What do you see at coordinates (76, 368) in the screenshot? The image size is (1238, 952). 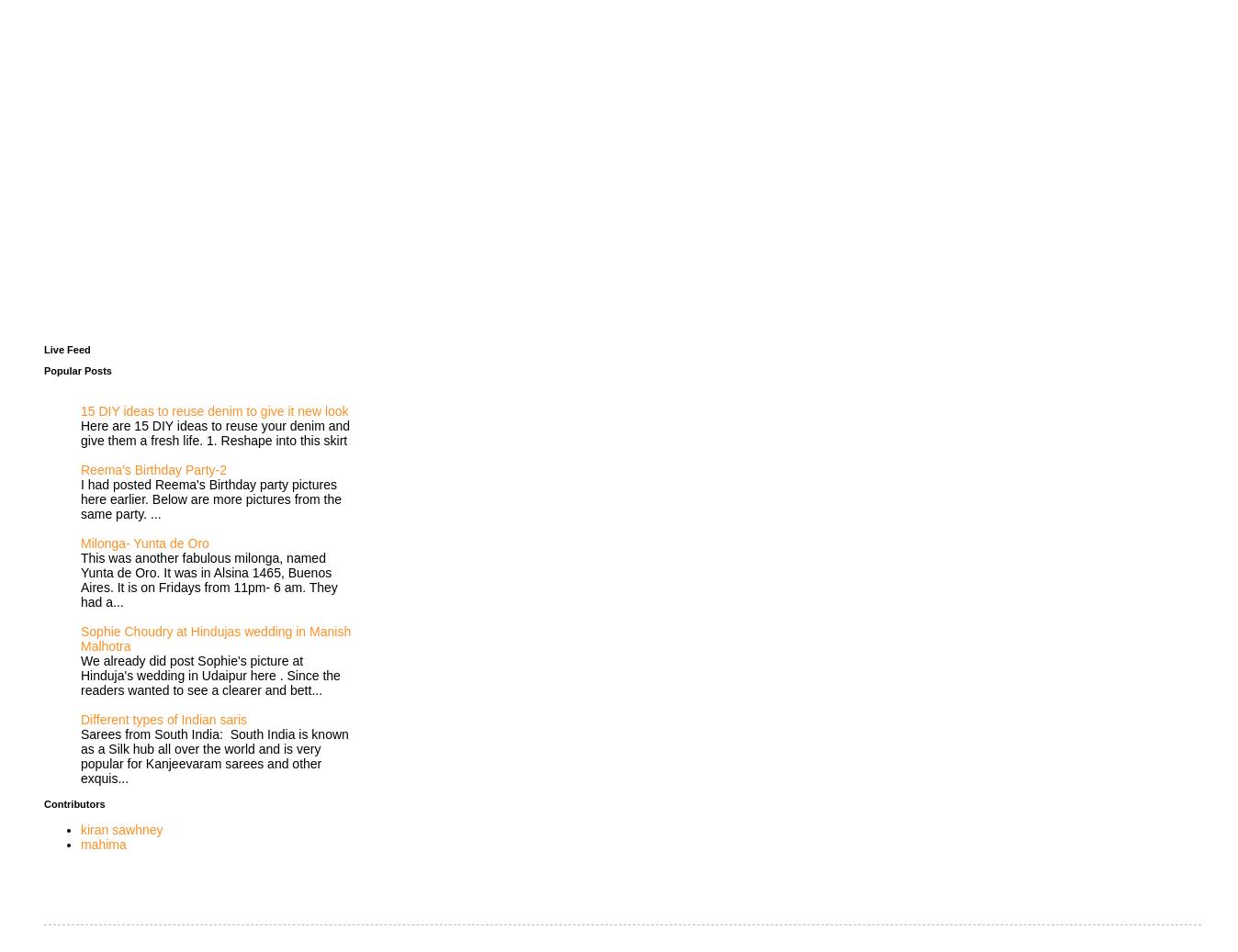 I see `'Popular Posts'` at bounding box center [76, 368].